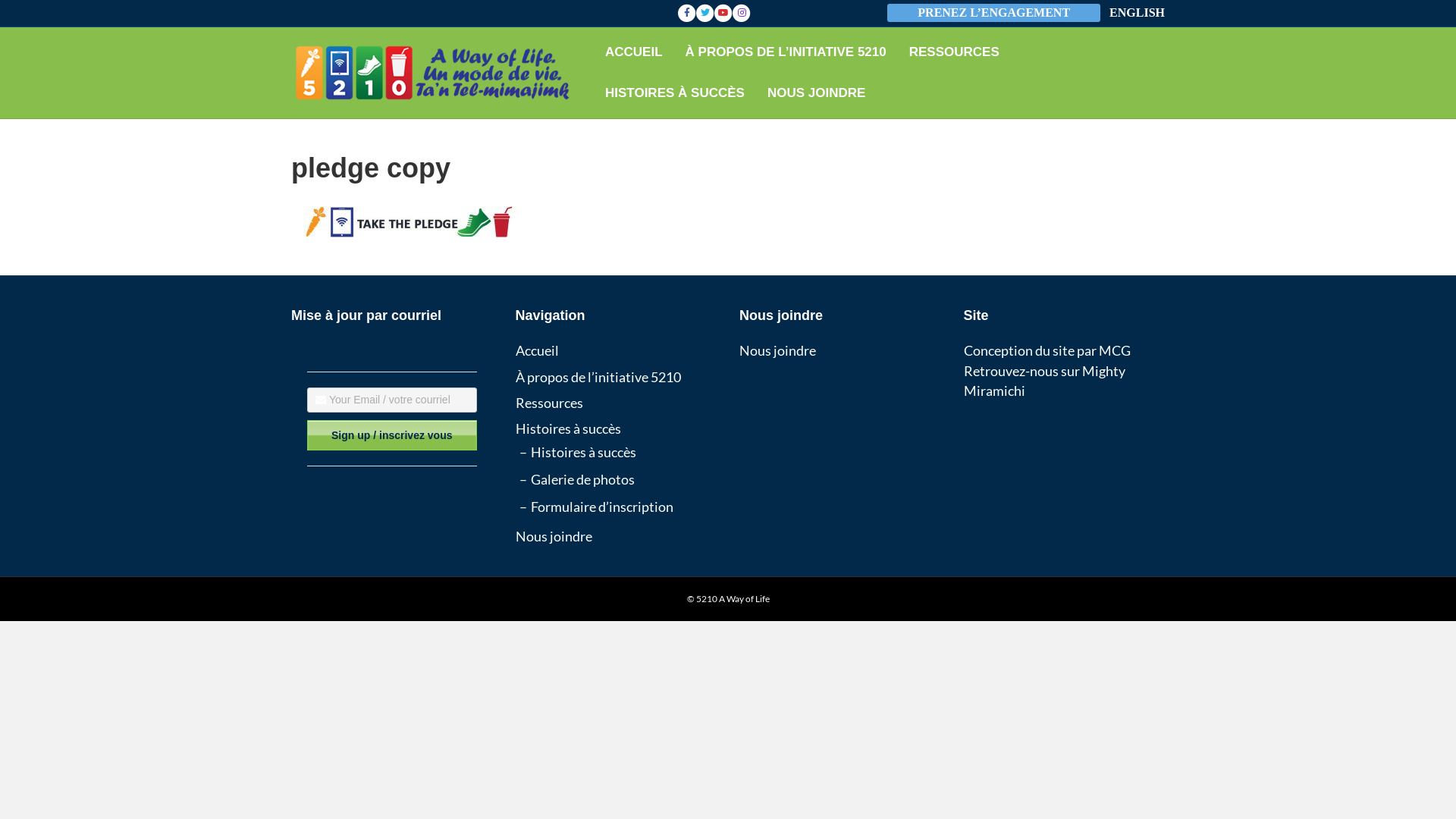 The image size is (1456, 819). What do you see at coordinates (392, 435) in the screenshot?
I see `'Sign up / inscrivez vous'` at bounding box center [392, 435].